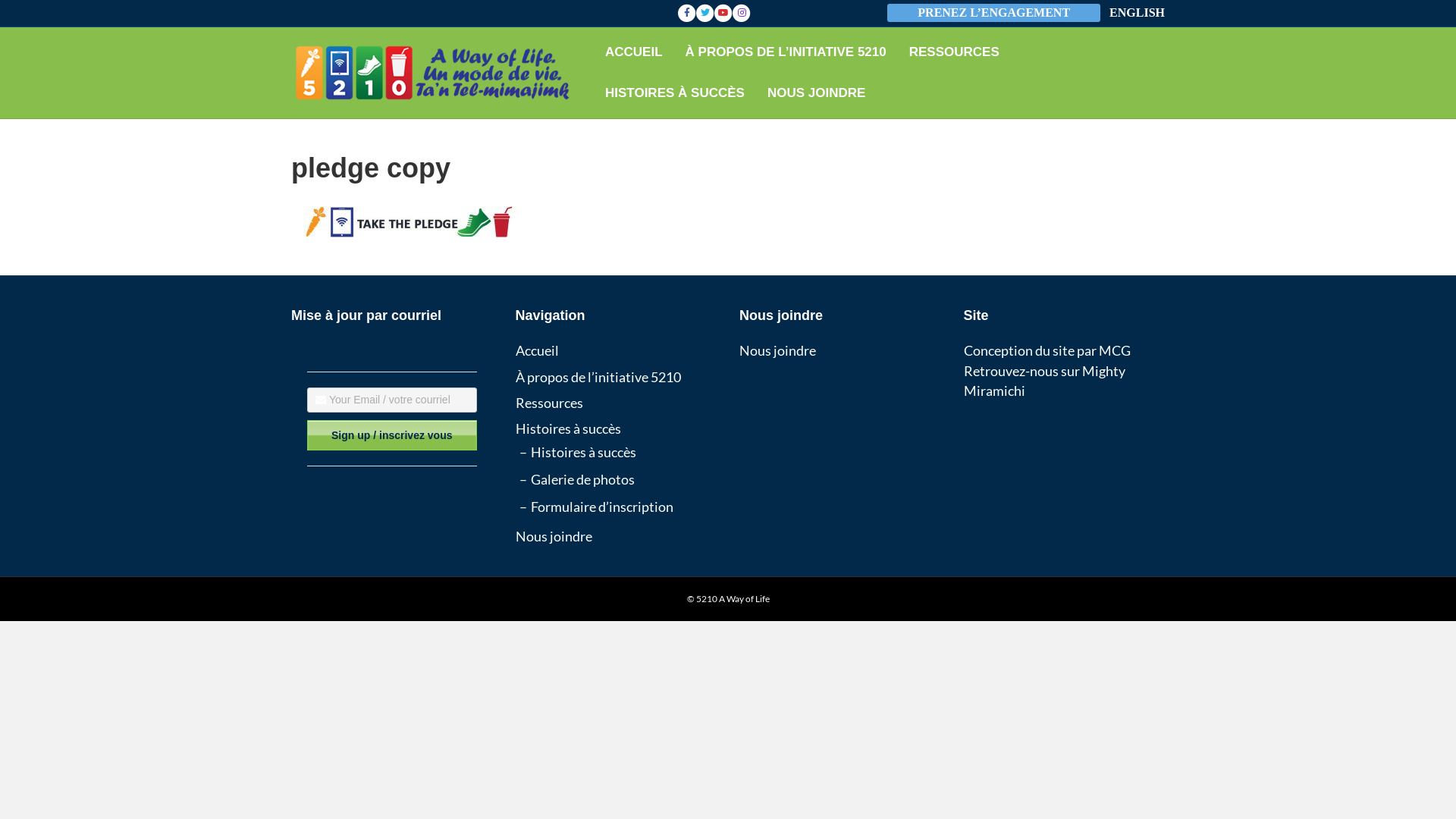 The image size is (1456, 819). What do you see at coordinates (392, 435) in the screenshot?
I see `'Sign up / inscrivez vous'` at bounding box center [392, 435].